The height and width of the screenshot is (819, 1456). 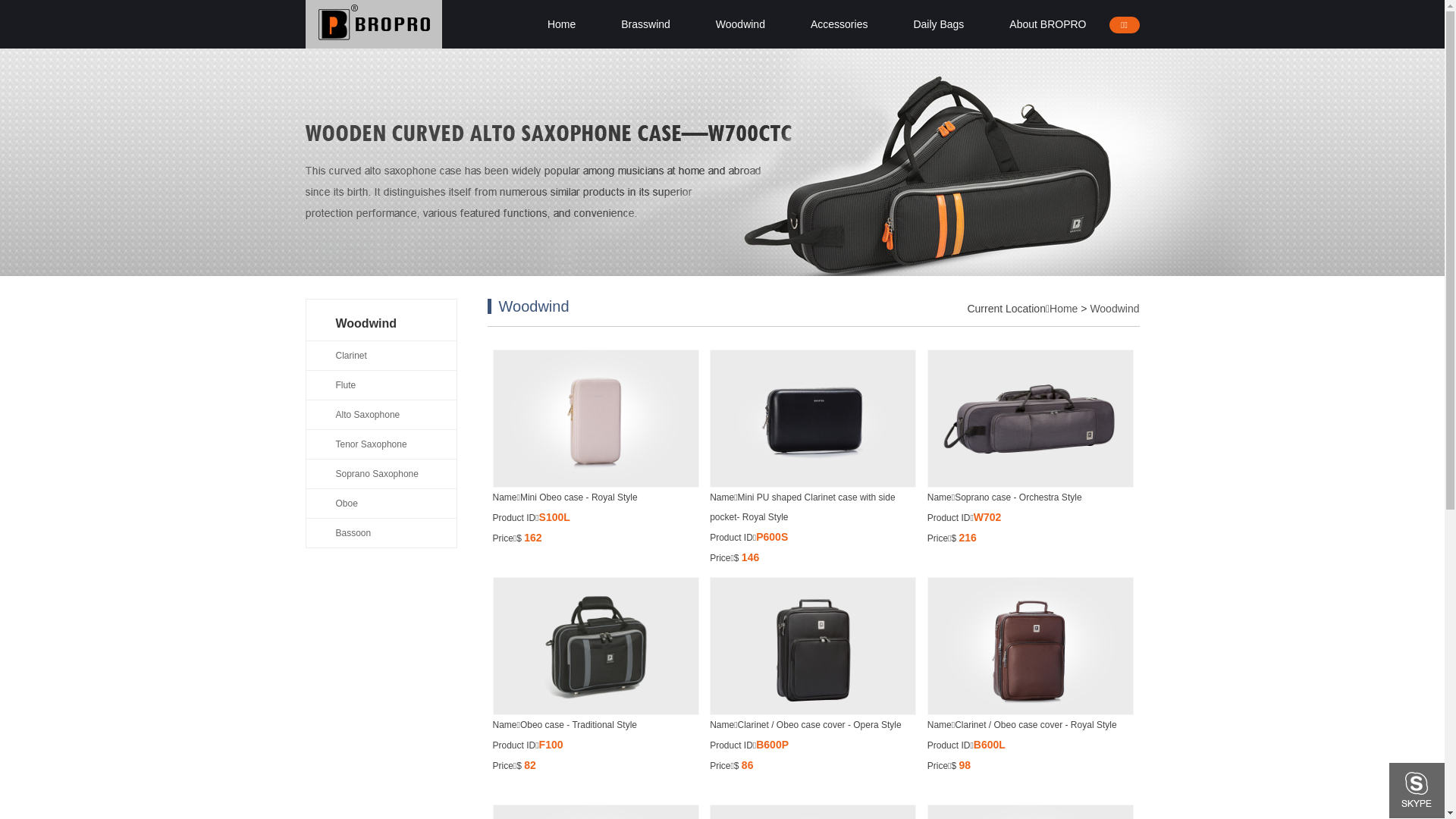 I want to click on 'About BROPRO', so click(x=1046, y=24).